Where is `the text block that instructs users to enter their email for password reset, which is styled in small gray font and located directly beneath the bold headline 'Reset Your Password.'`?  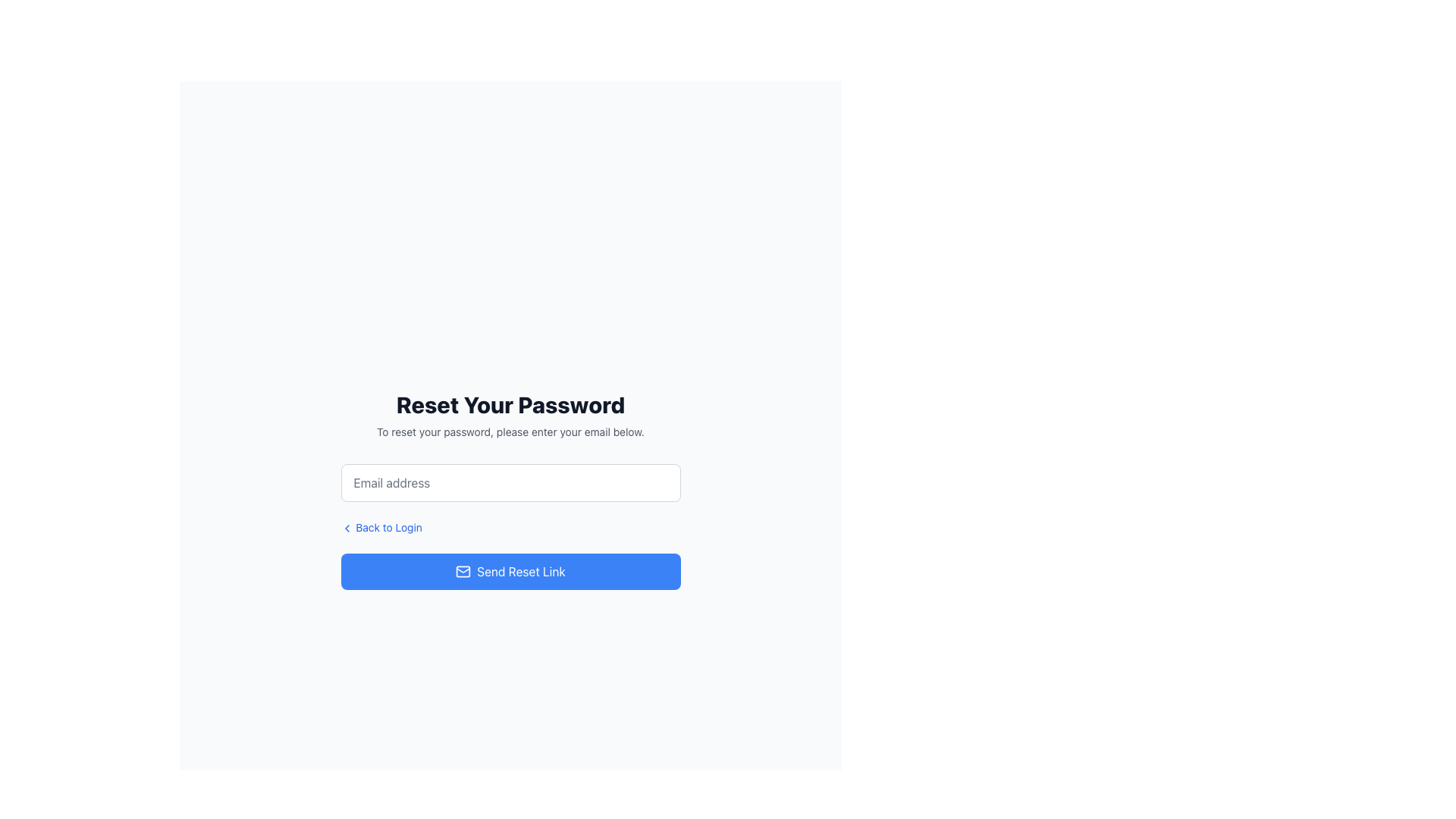 the text block that instructs users to enter their email for password reset, which is styled in small gray font and located directly beneath the bold headline 'Reset Your Password.' is located at coordinates (510, 432).